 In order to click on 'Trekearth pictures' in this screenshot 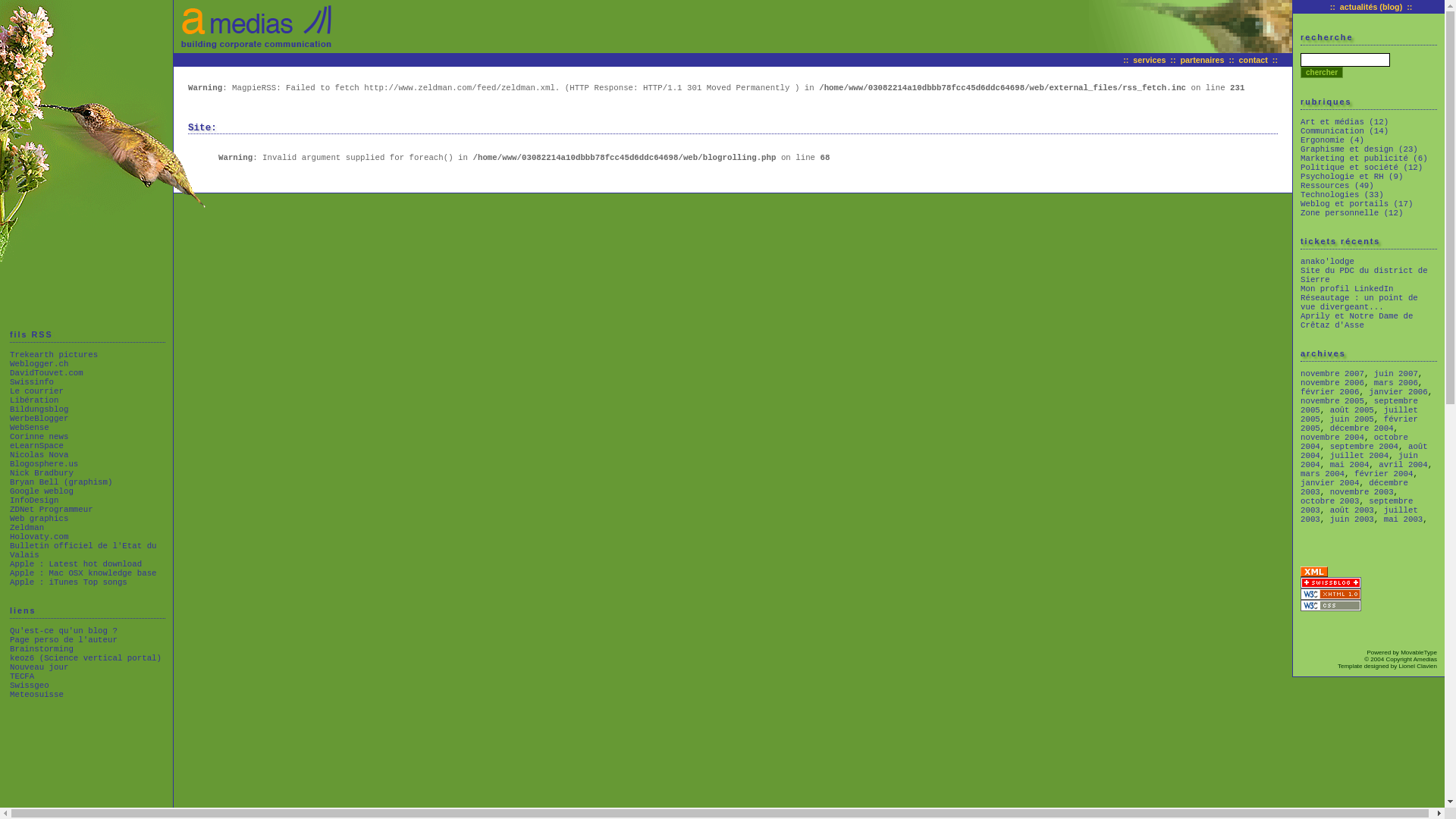, I will do `click(10, 354)`.